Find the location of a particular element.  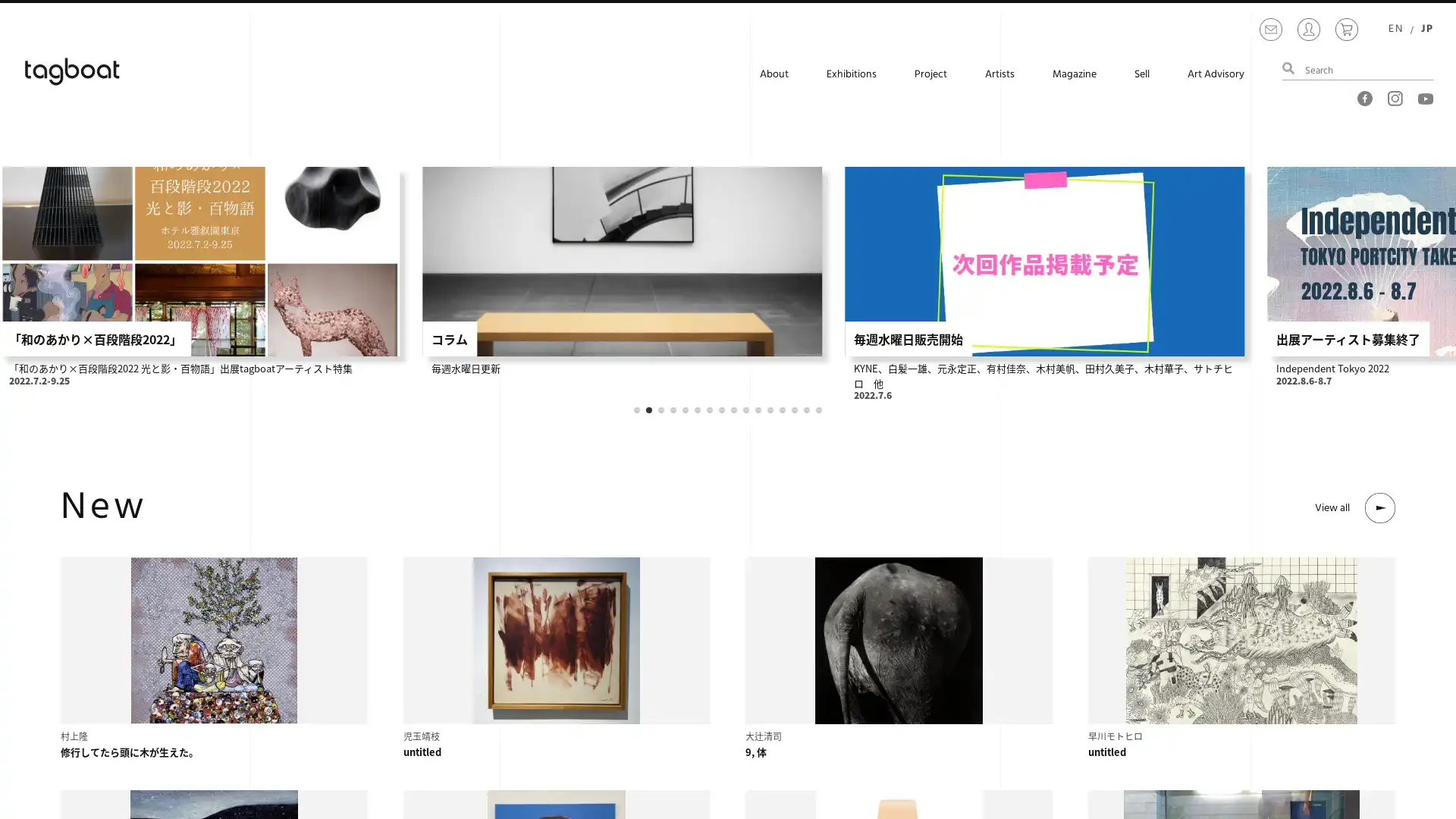

Go to slide 6 is located at coordinates (697, 409).